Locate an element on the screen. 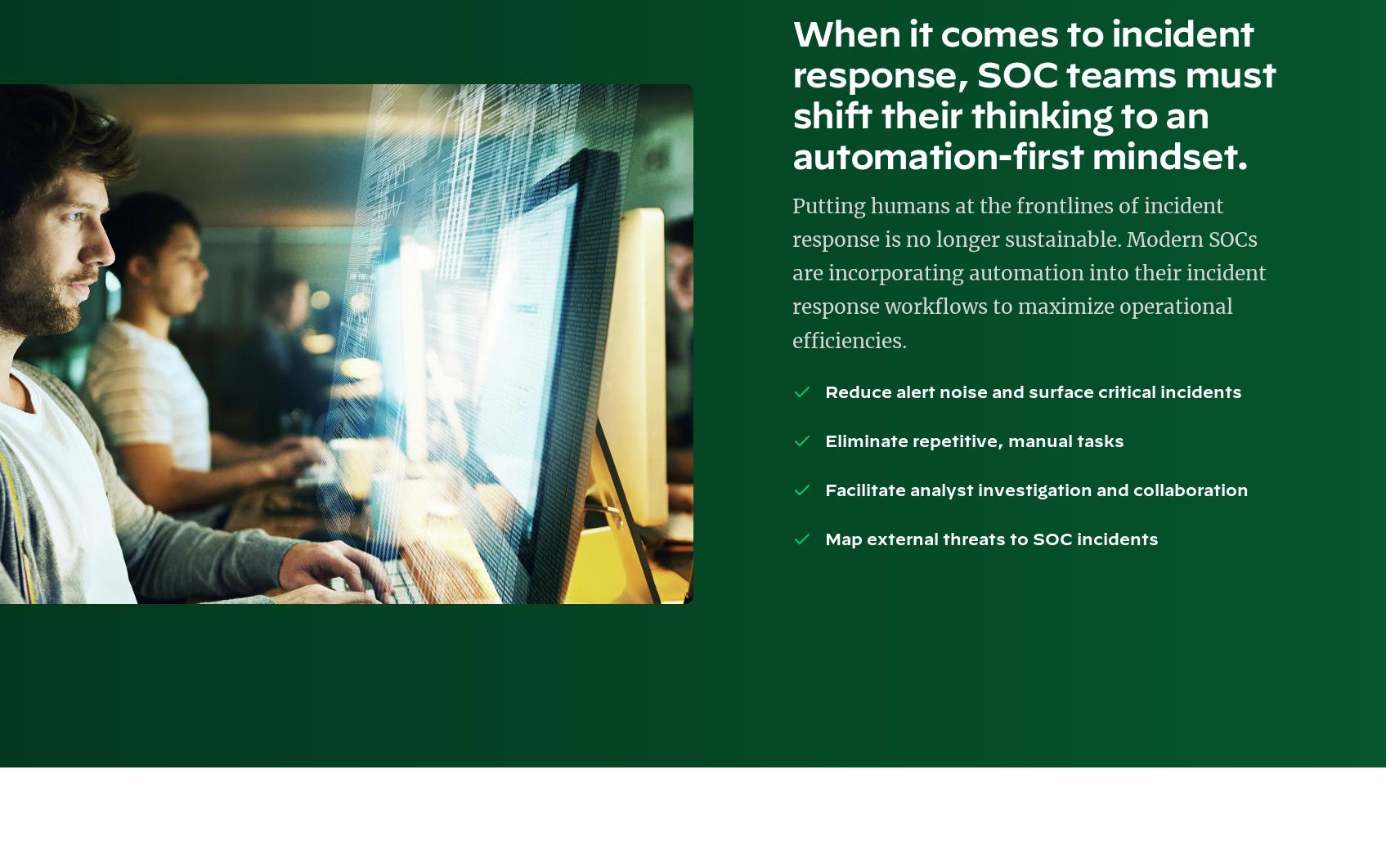 Image resolution: width=1386 pixels, height=868 pixels. 'Copyright © 2023 Palo Alto Networks. All rights reserved' is located at coordinates (974, 680).